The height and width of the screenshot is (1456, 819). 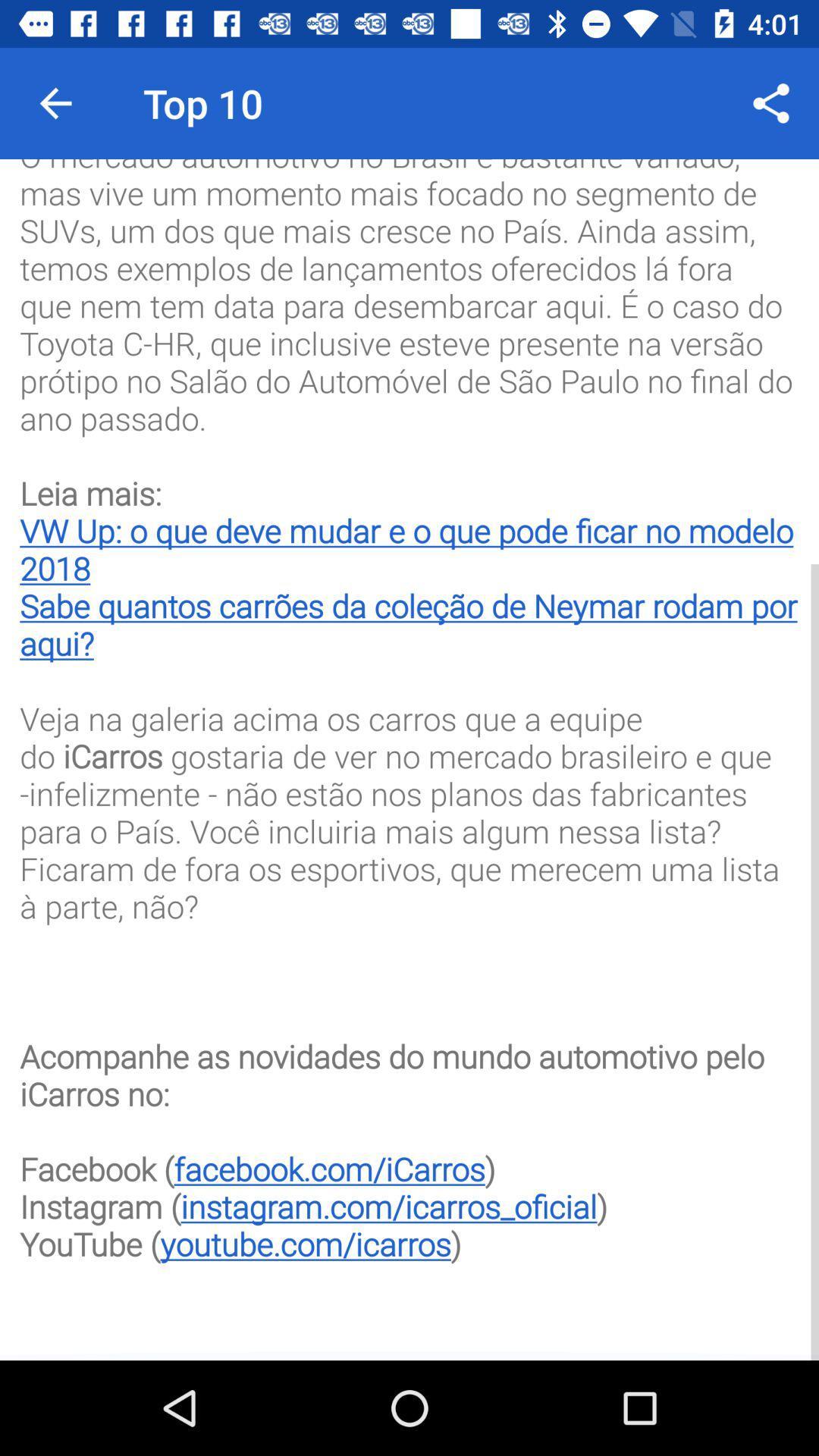 I want to click on icon next to top 10, so click(x=55, y=102).